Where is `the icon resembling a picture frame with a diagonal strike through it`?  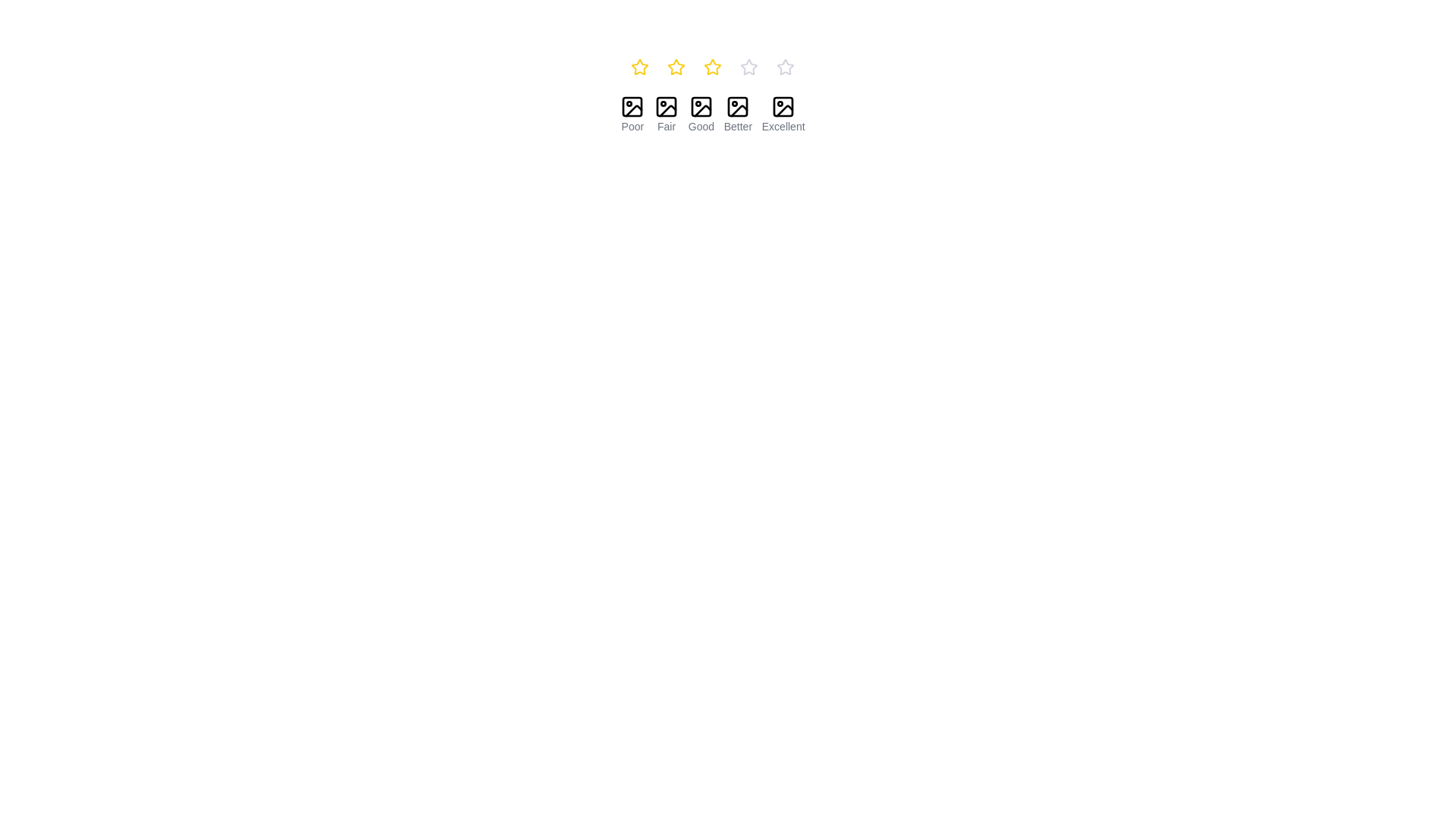 the icon resembling a picture frame with a diagonal strike through it is located at coordinates (700, 106).